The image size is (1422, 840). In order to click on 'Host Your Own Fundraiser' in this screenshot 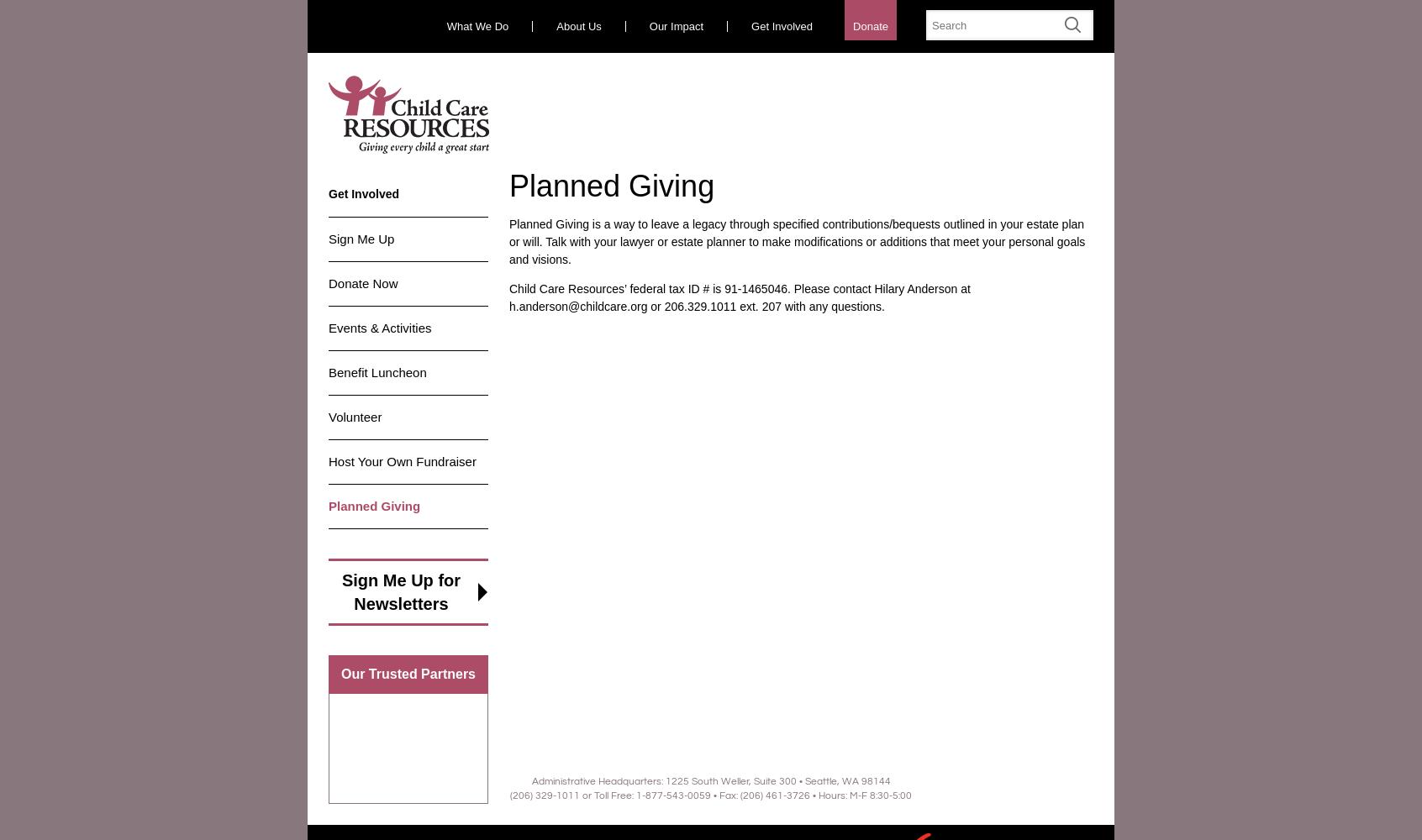, I will do `click(401, 461)`.